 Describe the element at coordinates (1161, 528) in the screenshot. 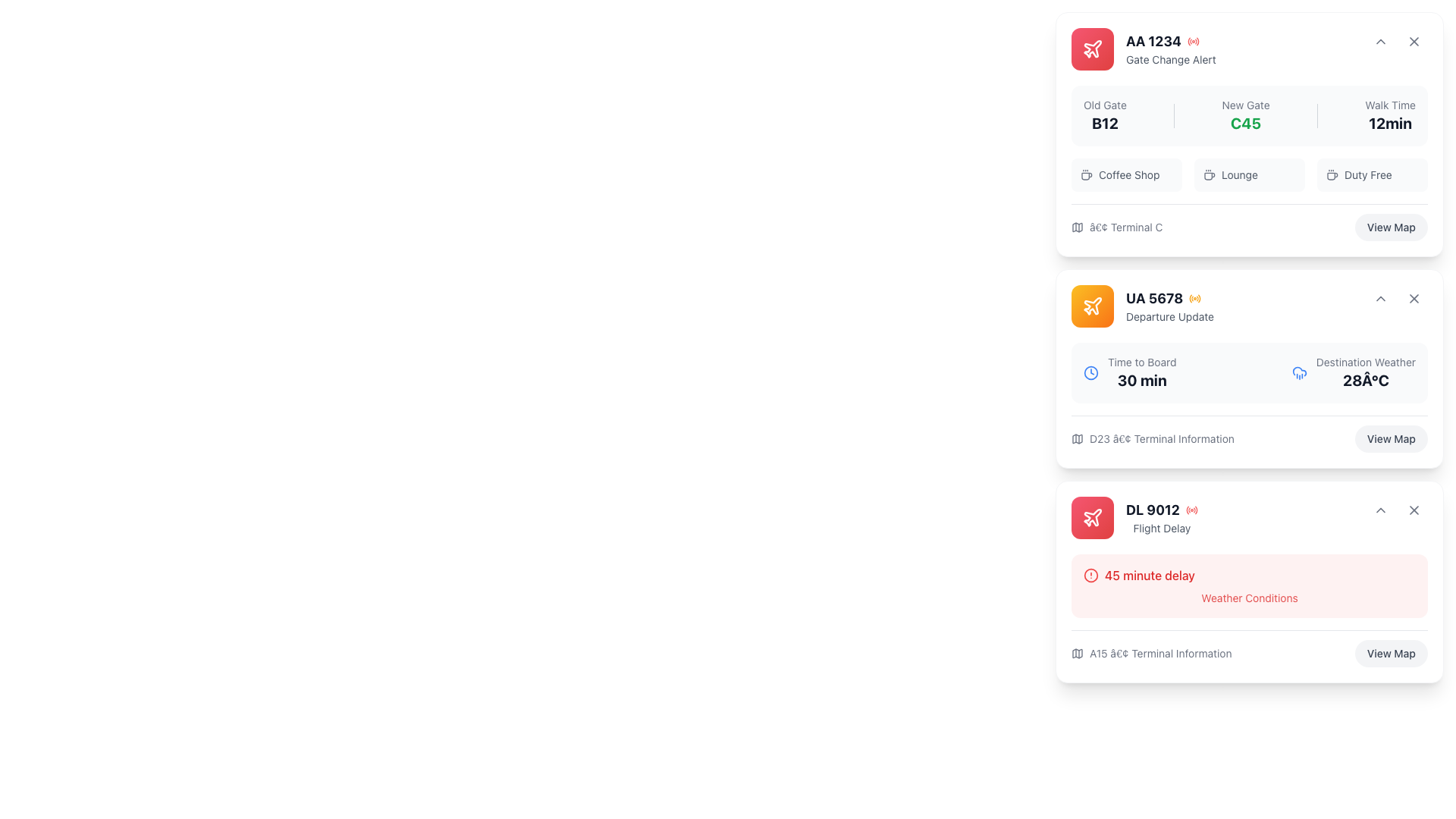

I see `the text label reading 'Flight Delay' located in the lower section of the flight card for 'DL 9012', positioned below the main flight information` at that location.